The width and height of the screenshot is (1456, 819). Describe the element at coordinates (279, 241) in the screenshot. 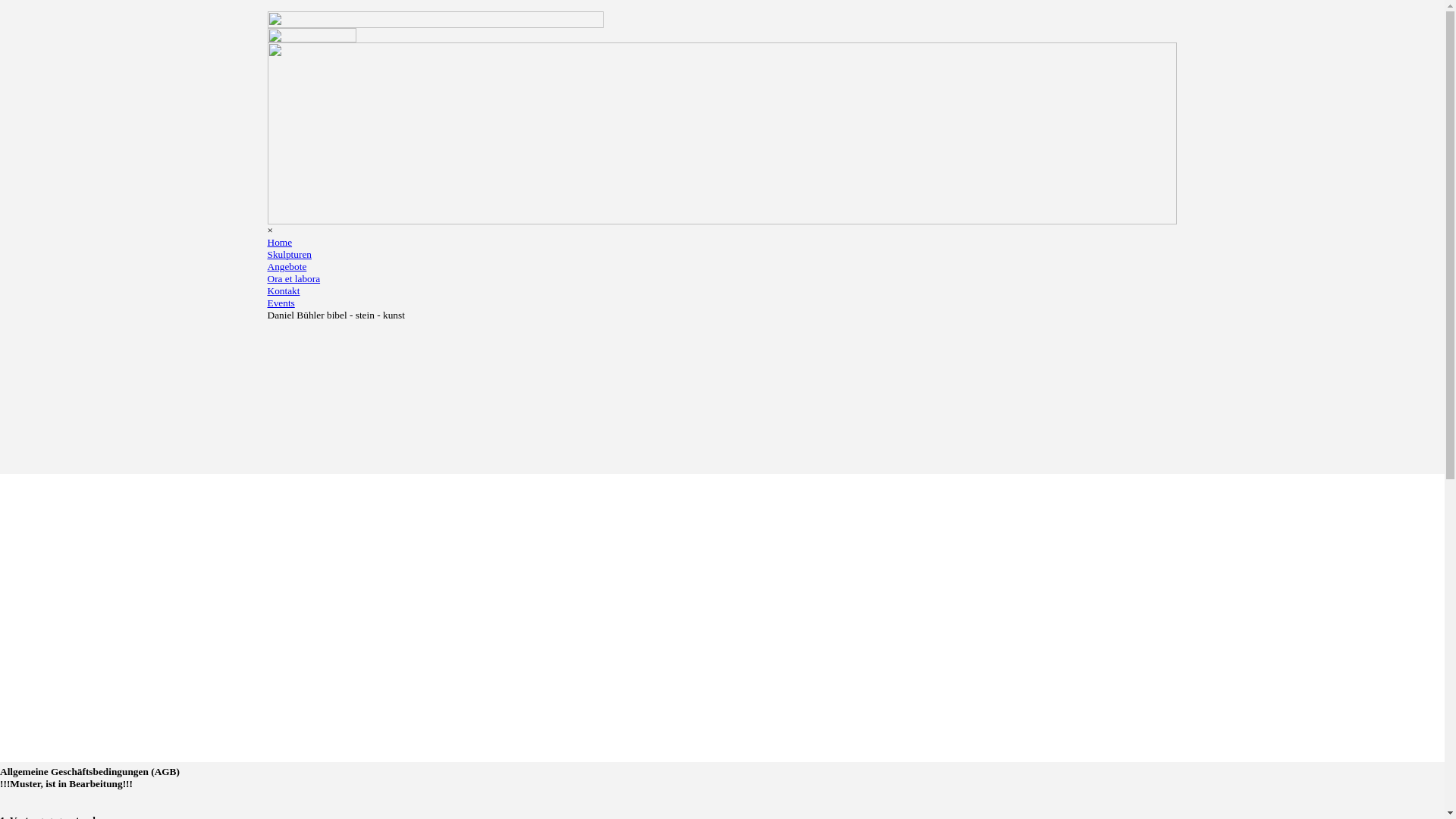

I see `'Home'` at that location.